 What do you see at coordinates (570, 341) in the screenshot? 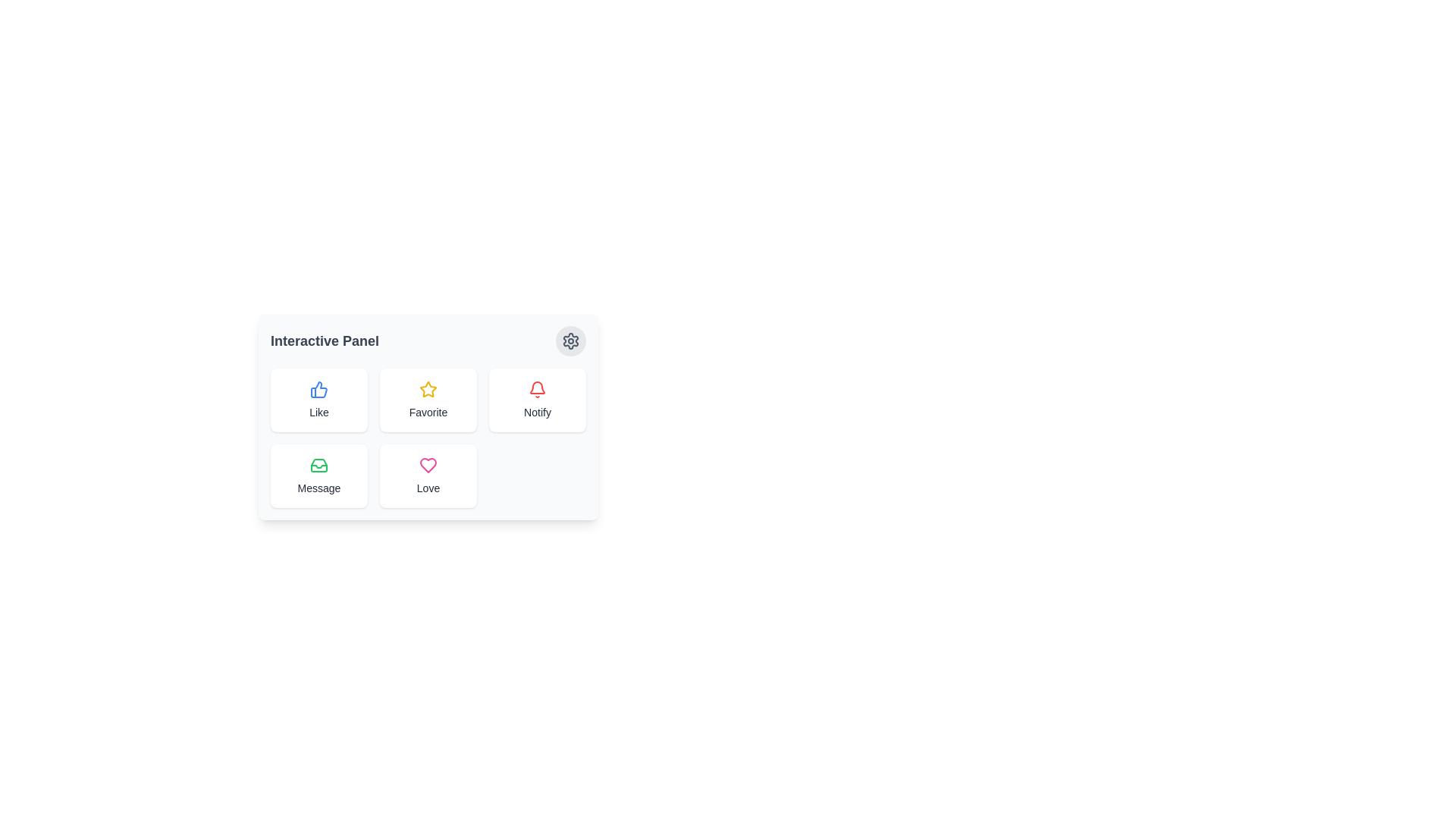
I see `the button located at the top-right corner of the 'Interactive Panel'` at bounding box center [570, 341].